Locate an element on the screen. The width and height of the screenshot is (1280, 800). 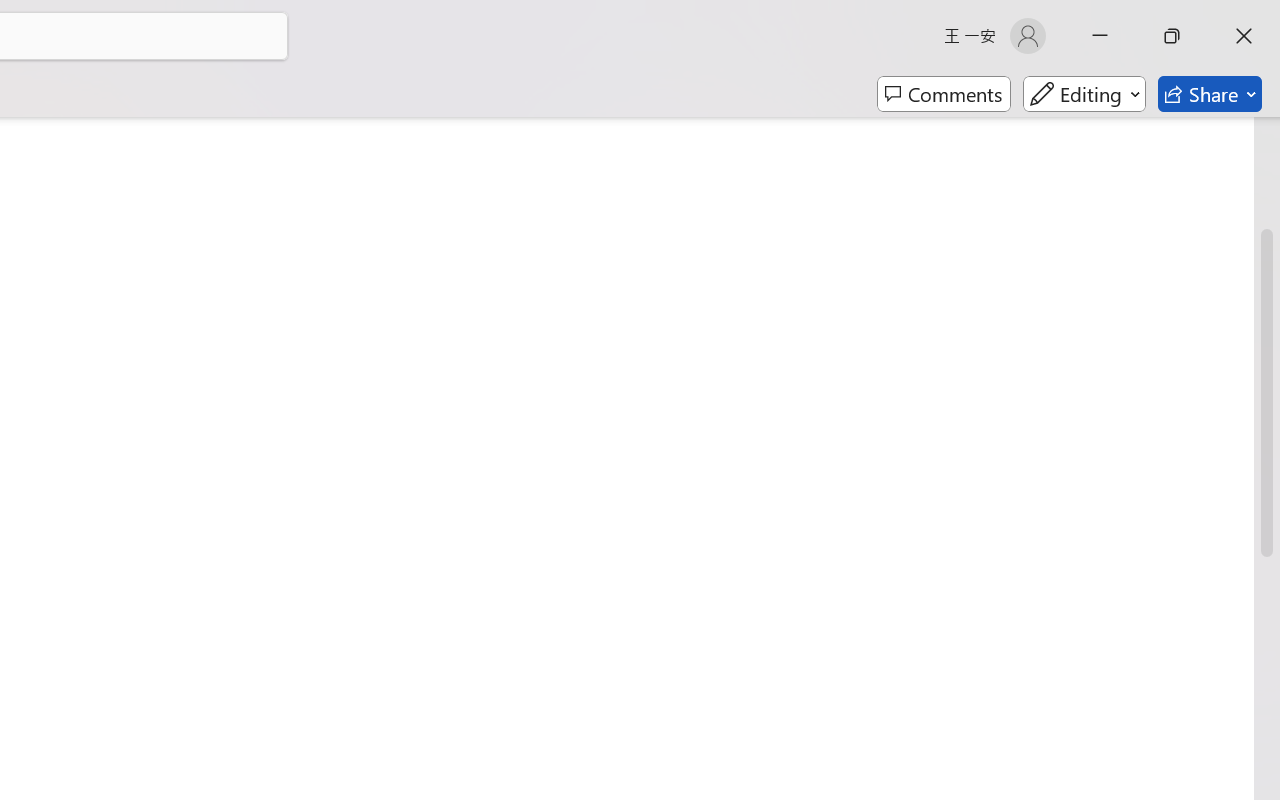
'Share' is located at coordinates (1209, 94).